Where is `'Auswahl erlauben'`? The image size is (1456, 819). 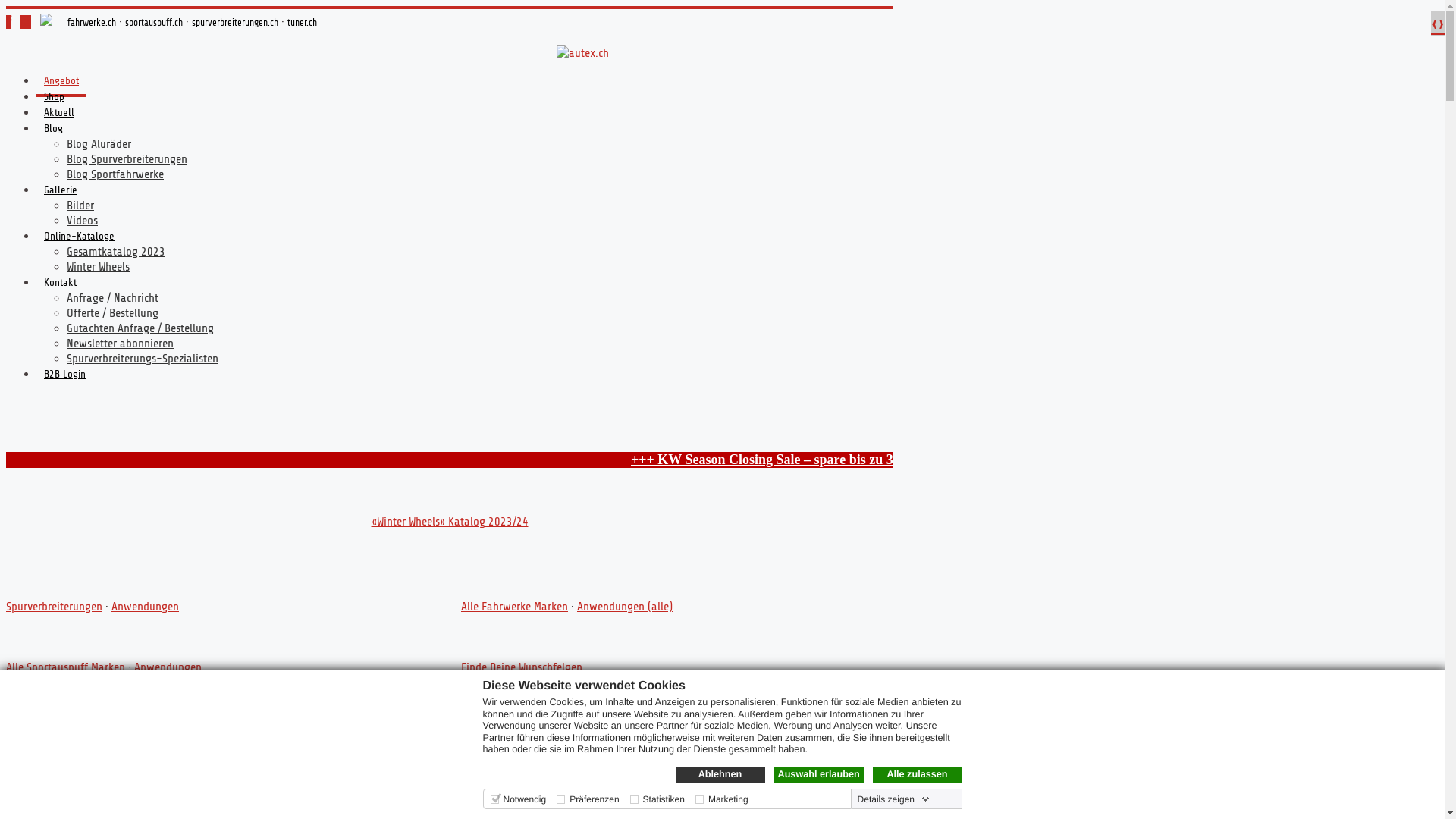
'Auswahl erlauben' is located at coordinates (817, 775).